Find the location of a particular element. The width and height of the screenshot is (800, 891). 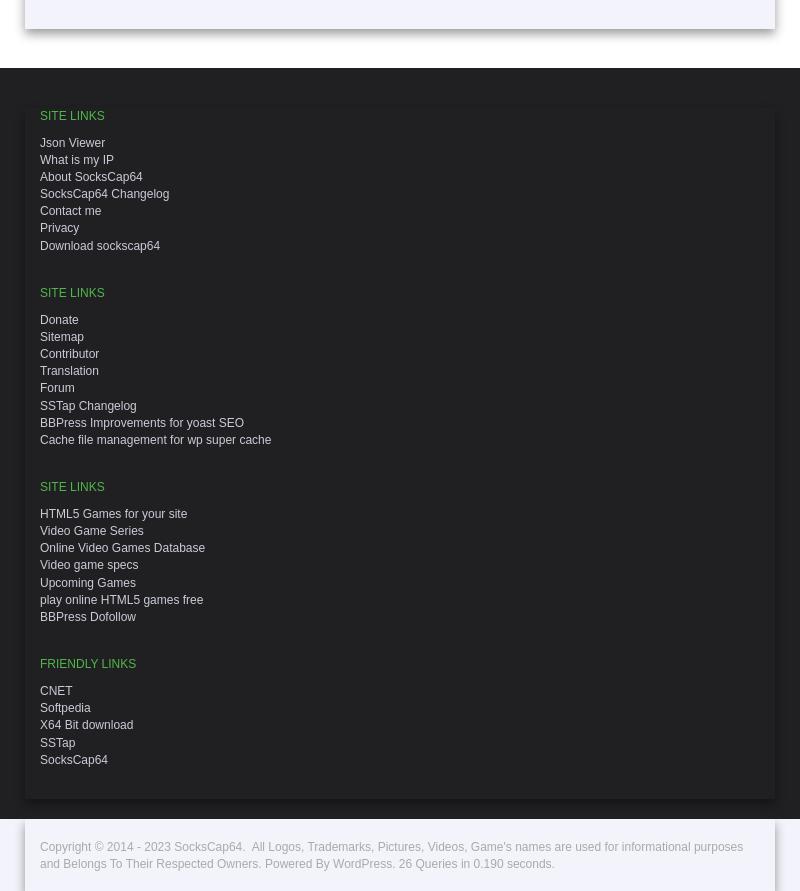

'Cache file management for wp super cache' is located at coordinates (155, 438).